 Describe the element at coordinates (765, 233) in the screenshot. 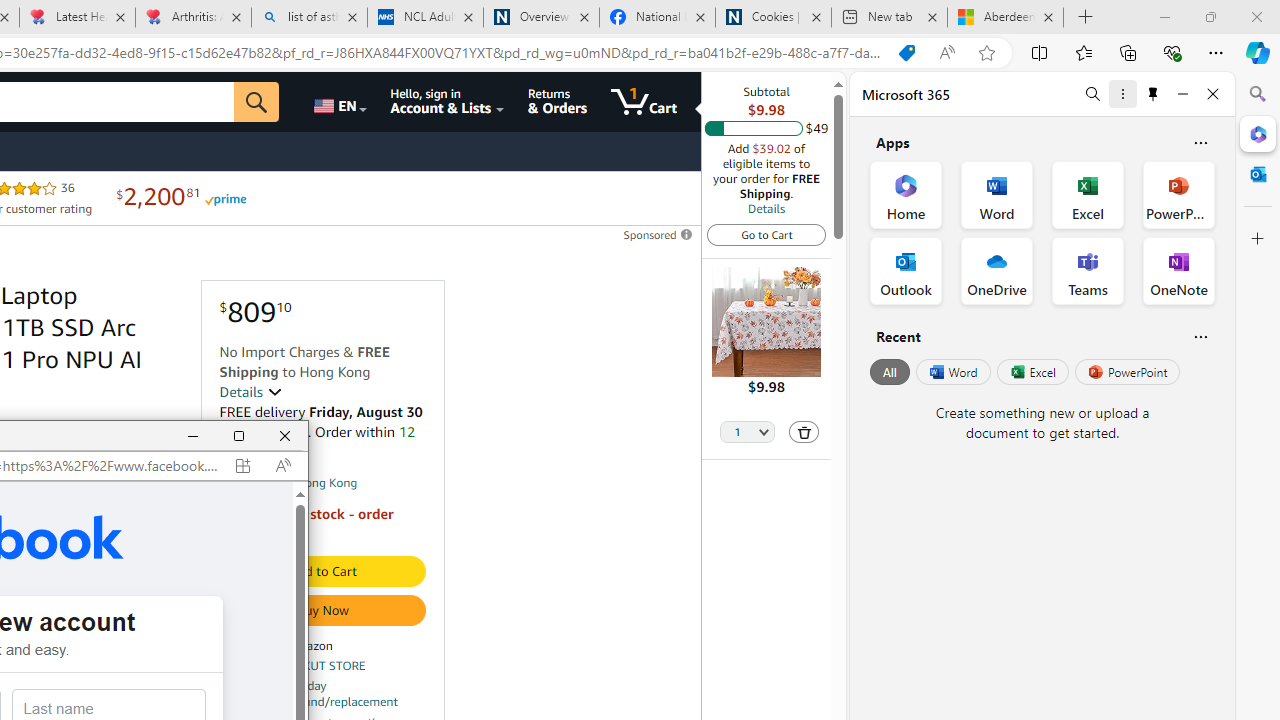

I see `'Go to Cart'` at that location.